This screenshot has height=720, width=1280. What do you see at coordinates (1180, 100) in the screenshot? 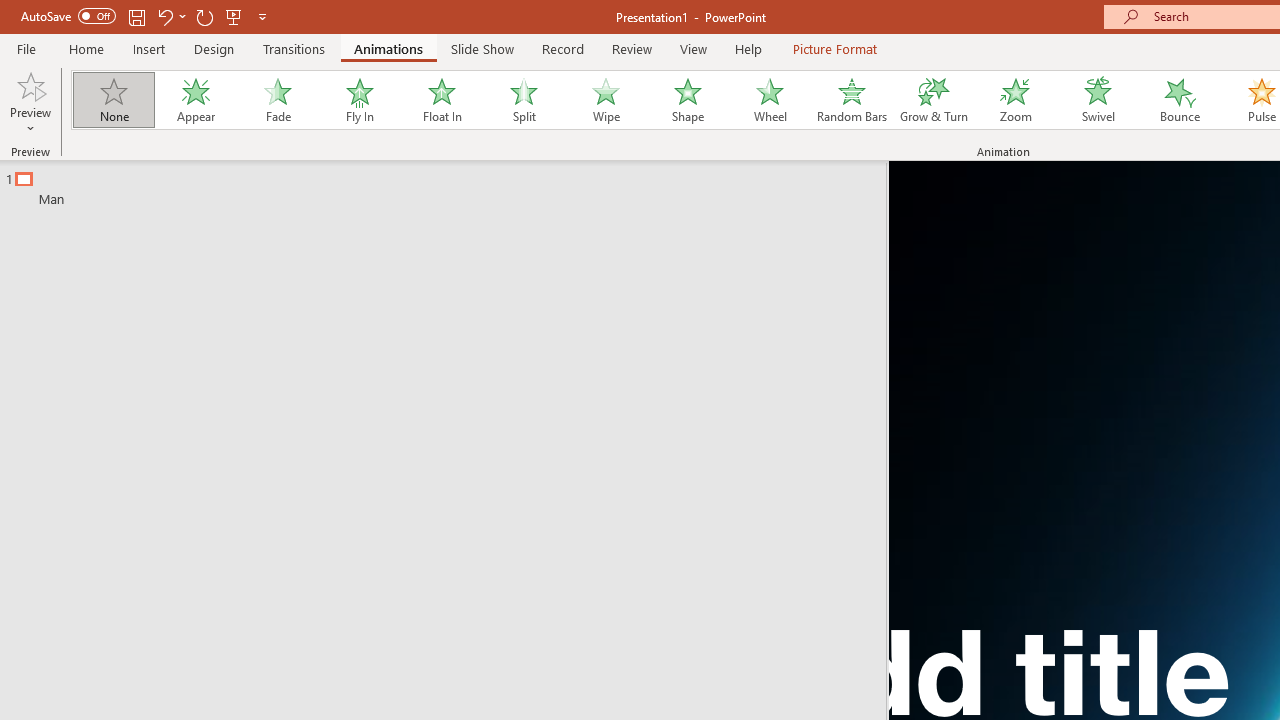
I see `'Bounce'` at bounding box center [1180, 100].